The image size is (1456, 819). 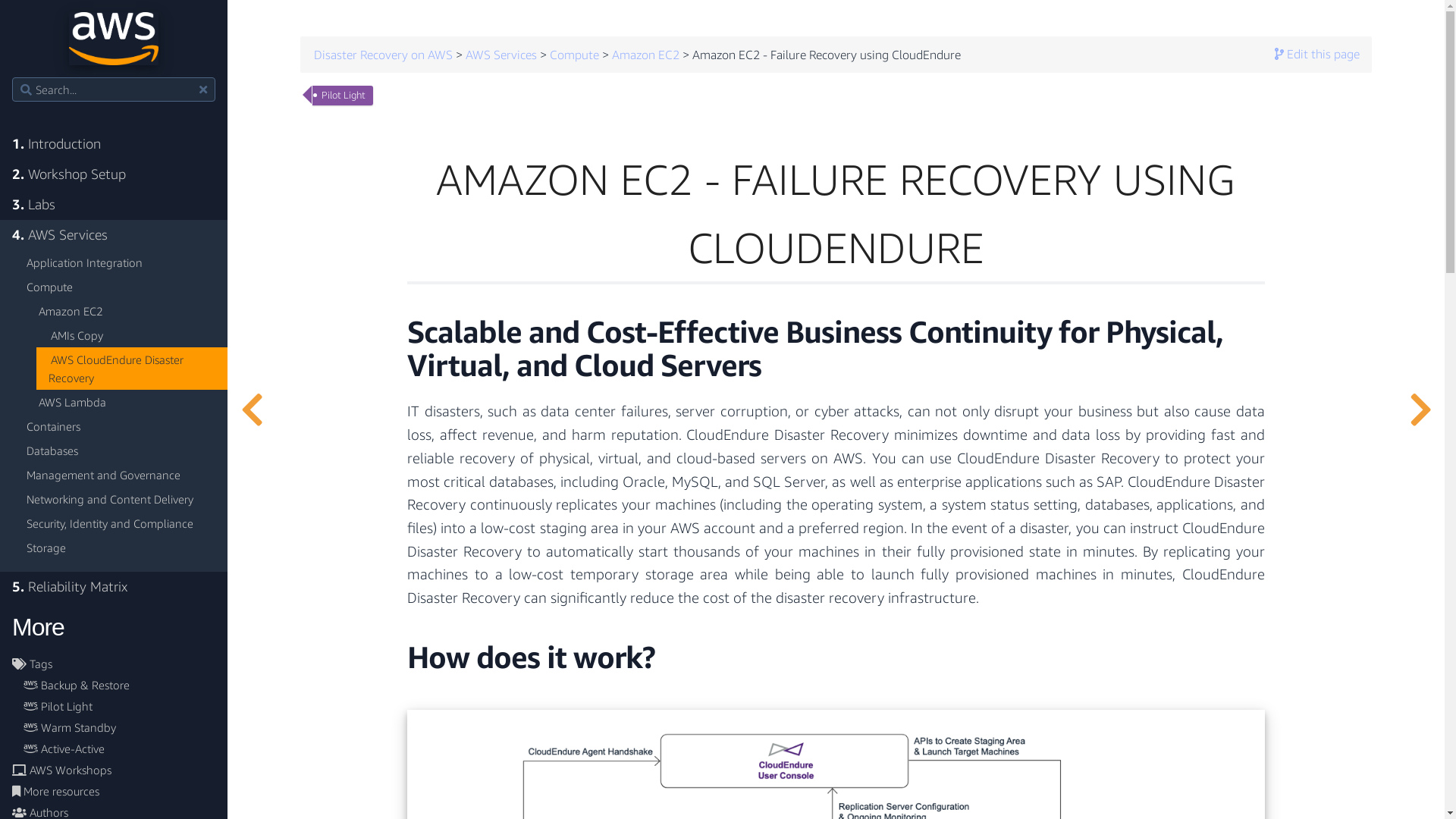 What do you see at coordinates (112, 143) in the screenshot?
I see `'1. Introduction'` at bounding box center [112, 143].